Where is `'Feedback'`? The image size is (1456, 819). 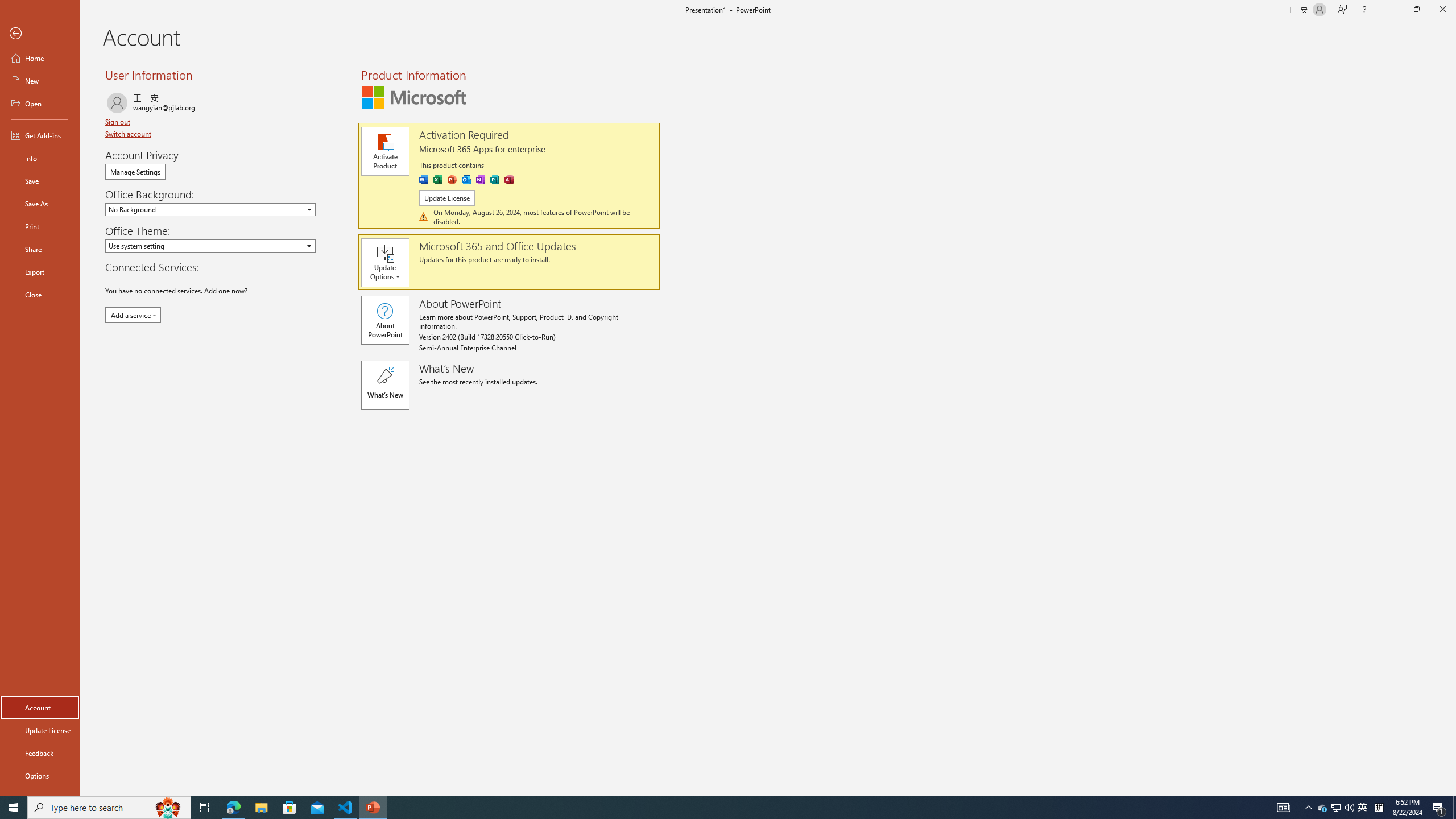
'Feedback' is located at coordinates (39, 753).